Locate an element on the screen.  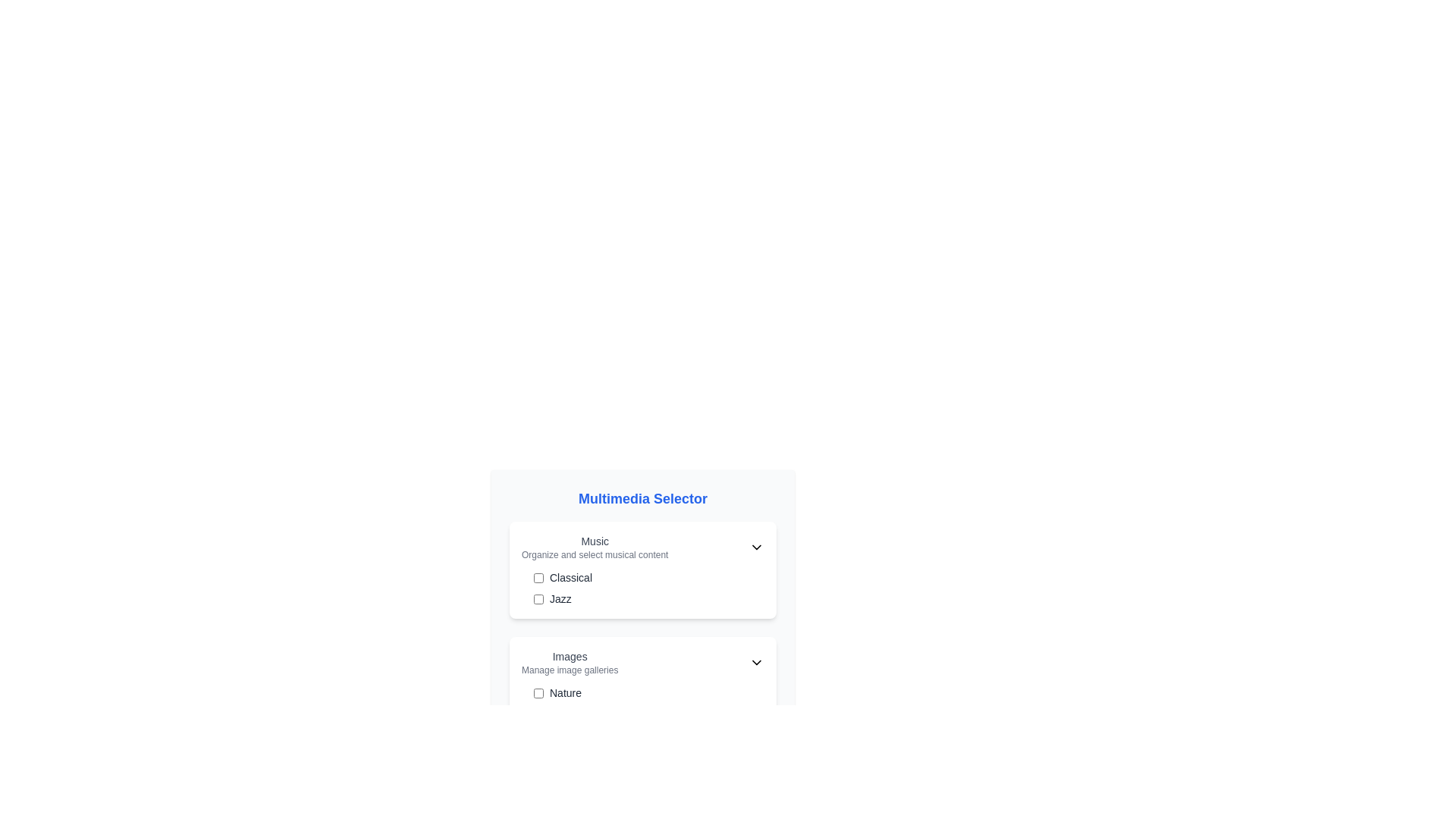
the checkbox for the 'Nature' image gallery located at the leftmost side of the 'Nature' list item in the 'Images' section of the 'Multimedia Selector' interface to potentially reveal a tooltip or visual effect is located at coordinates (538, 693).